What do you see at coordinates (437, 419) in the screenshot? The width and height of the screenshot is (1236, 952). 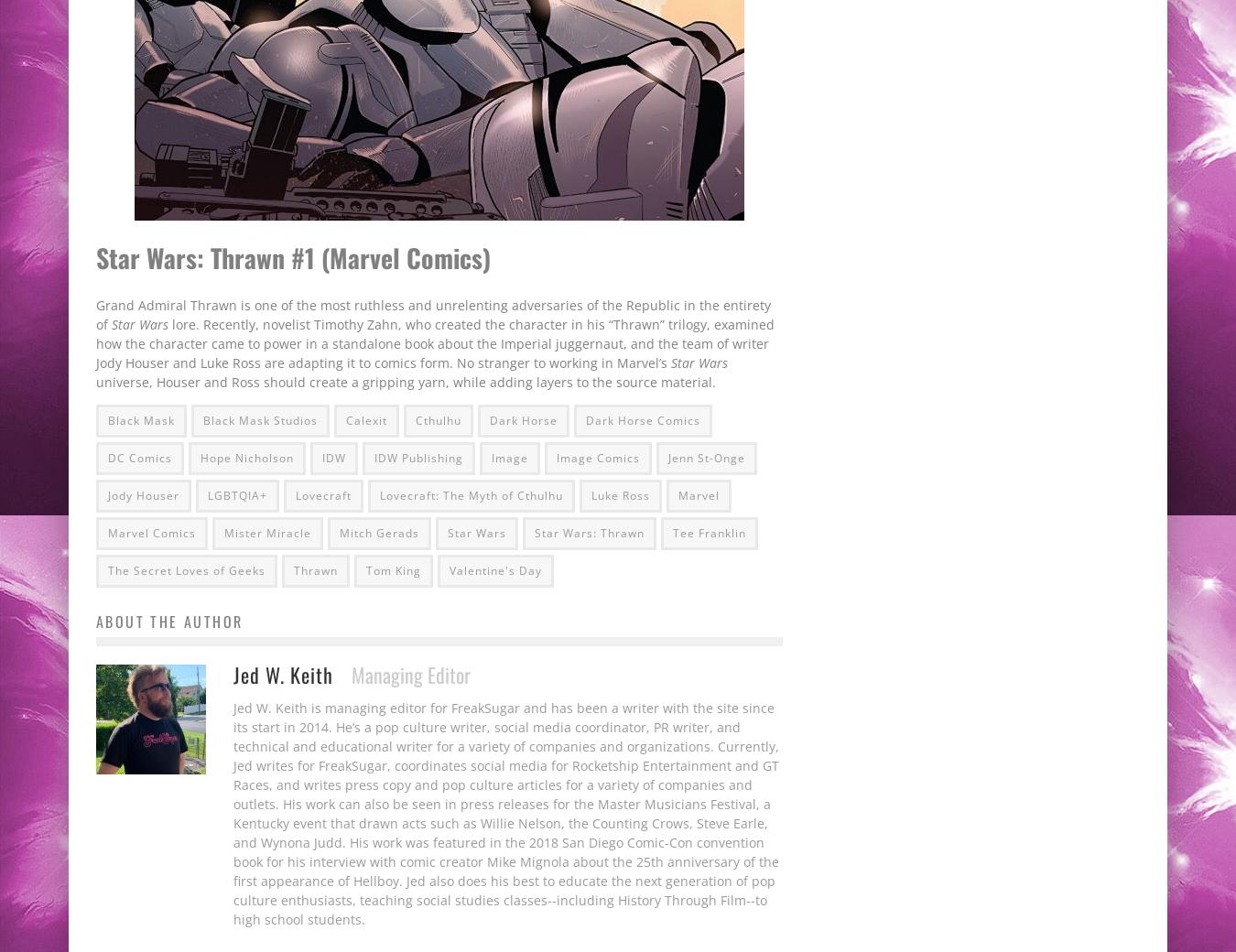 I see `'Cthulhu'` at bounding box center [437, 419].